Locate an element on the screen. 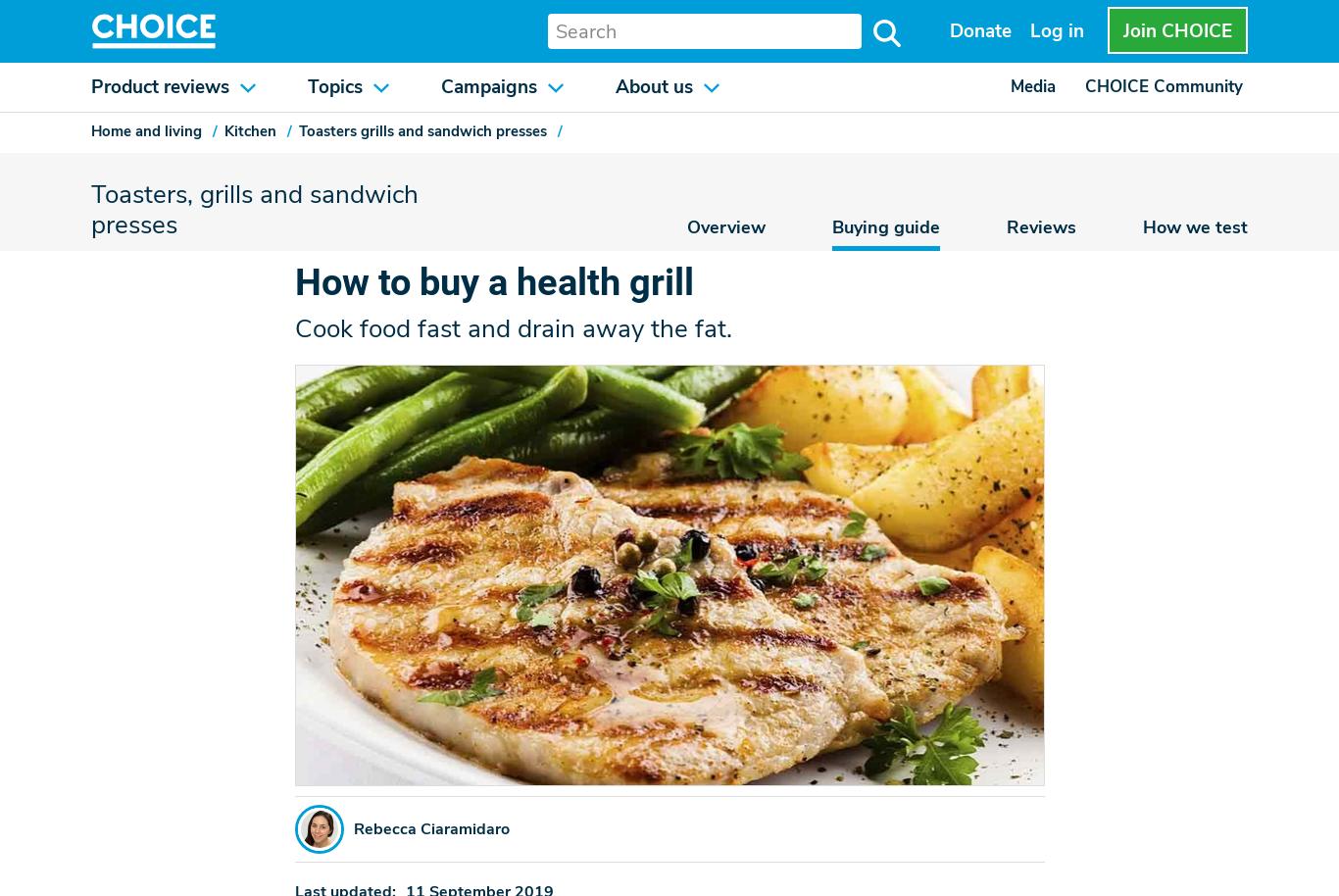  'Join' is located at coordinates (1140, 30).